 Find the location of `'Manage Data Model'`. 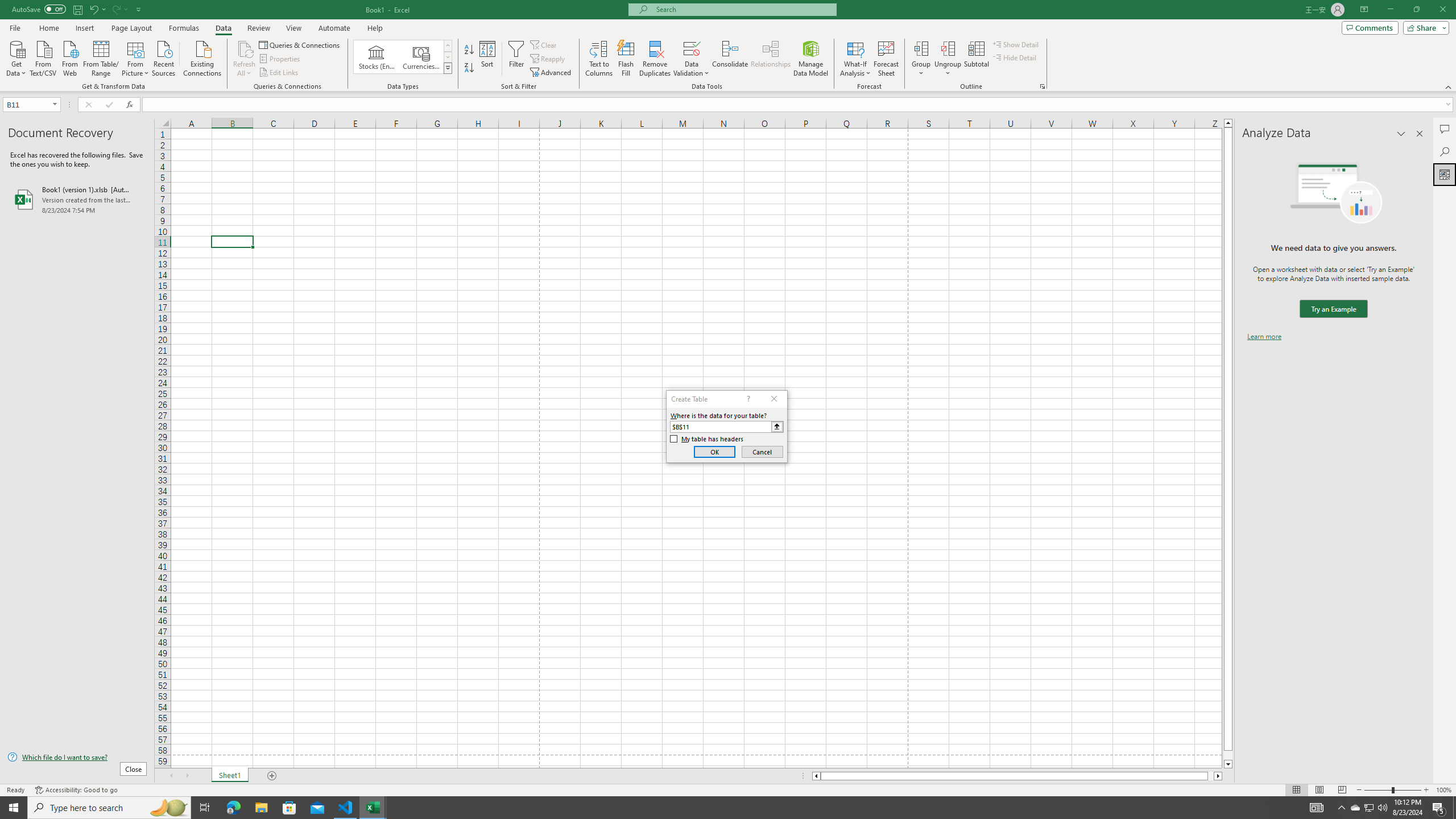

'Manage Data Model' is located at coordinates (810, 59).